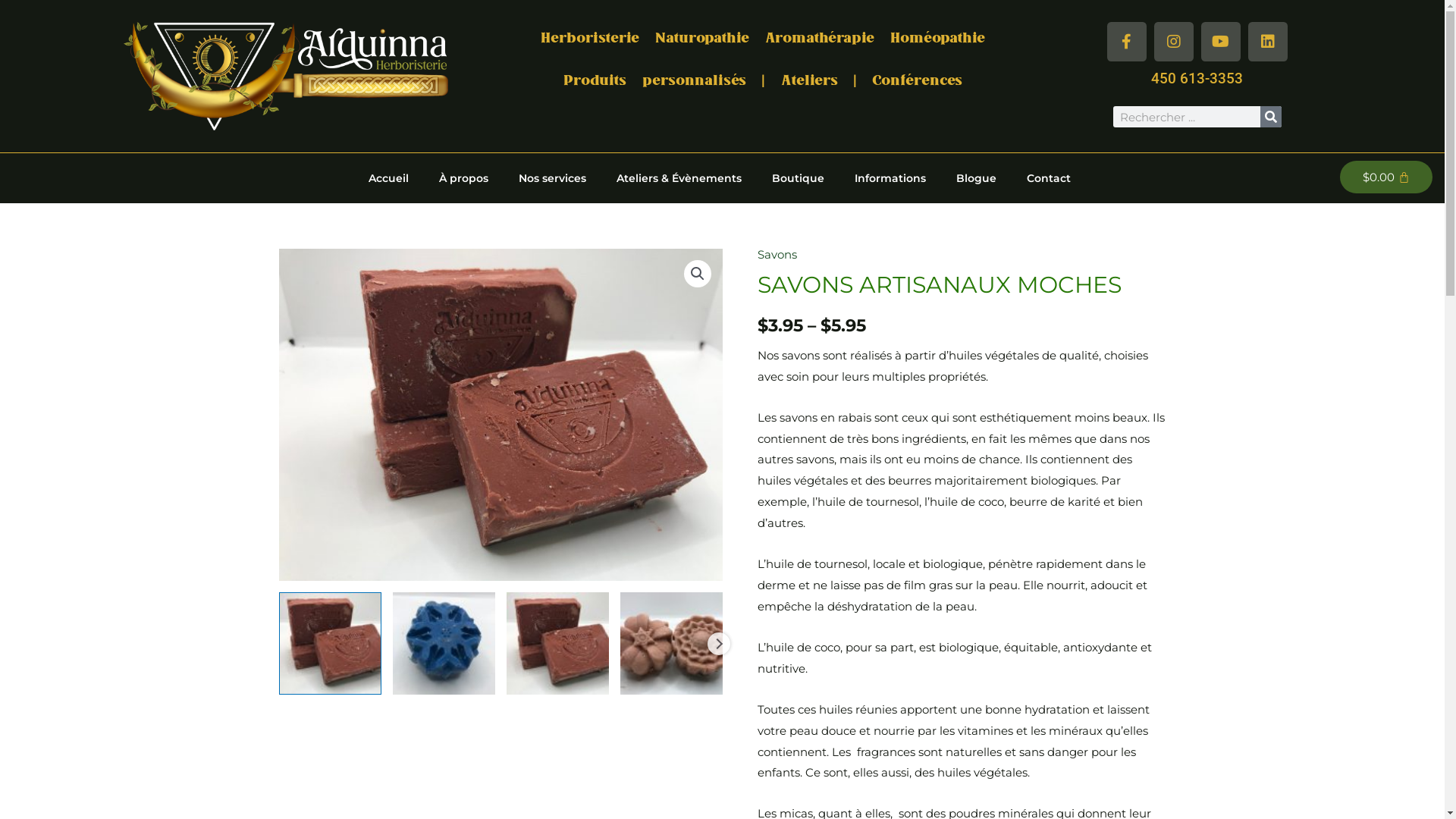 The height and width of the screenshot is (819, 1456). What do you see at coordinates (1012, 177) in the screenshot?
I see `'Contact'` at bounding box center [1012, 177].